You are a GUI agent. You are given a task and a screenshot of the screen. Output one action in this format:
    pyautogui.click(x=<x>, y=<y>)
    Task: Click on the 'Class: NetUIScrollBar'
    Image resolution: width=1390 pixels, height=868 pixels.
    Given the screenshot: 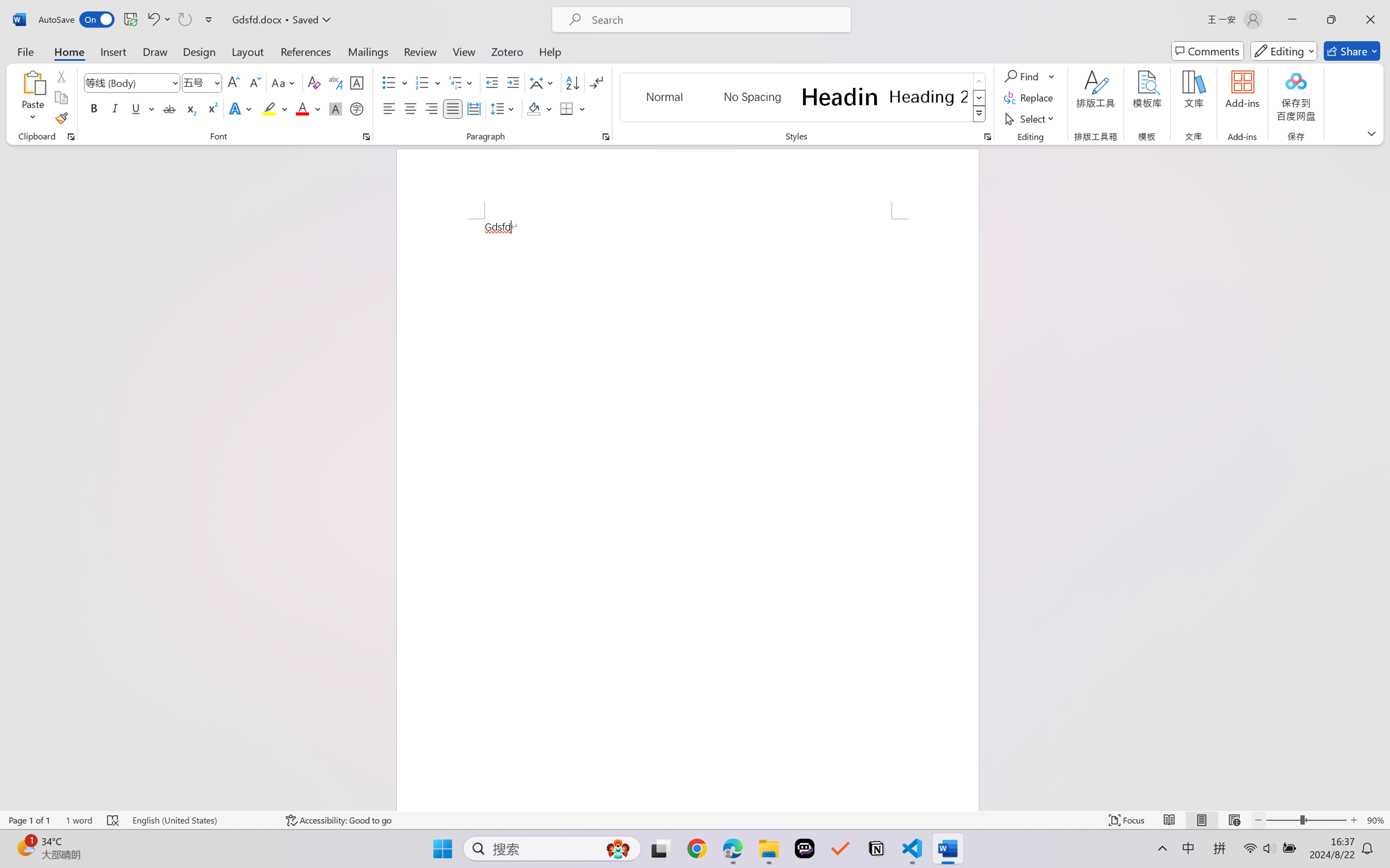 What is the action you would take?
    pyautogui.click(x=1383, y=477)
    